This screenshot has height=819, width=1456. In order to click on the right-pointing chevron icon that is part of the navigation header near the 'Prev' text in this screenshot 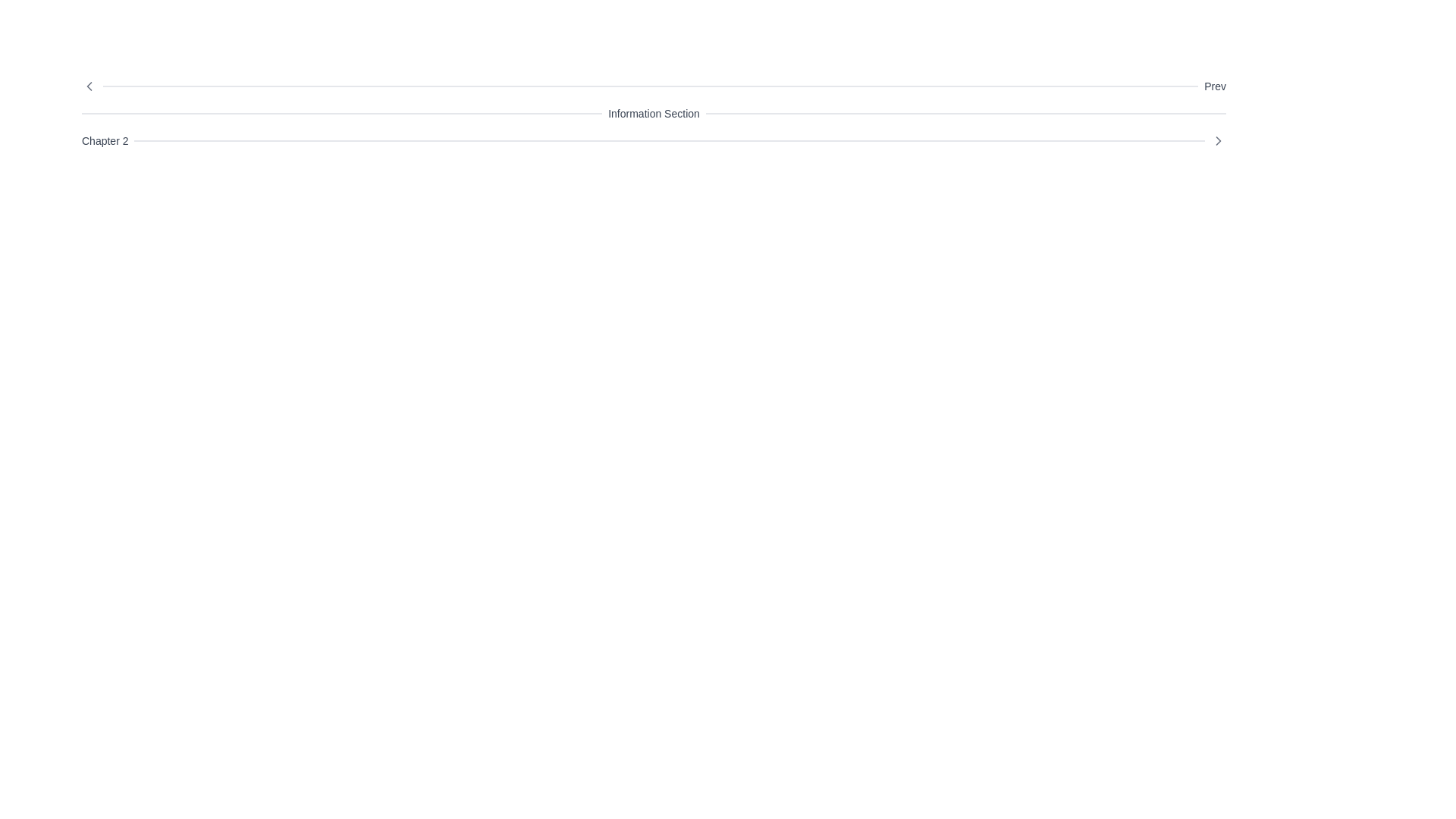, I will do `click(1219, 140)`.